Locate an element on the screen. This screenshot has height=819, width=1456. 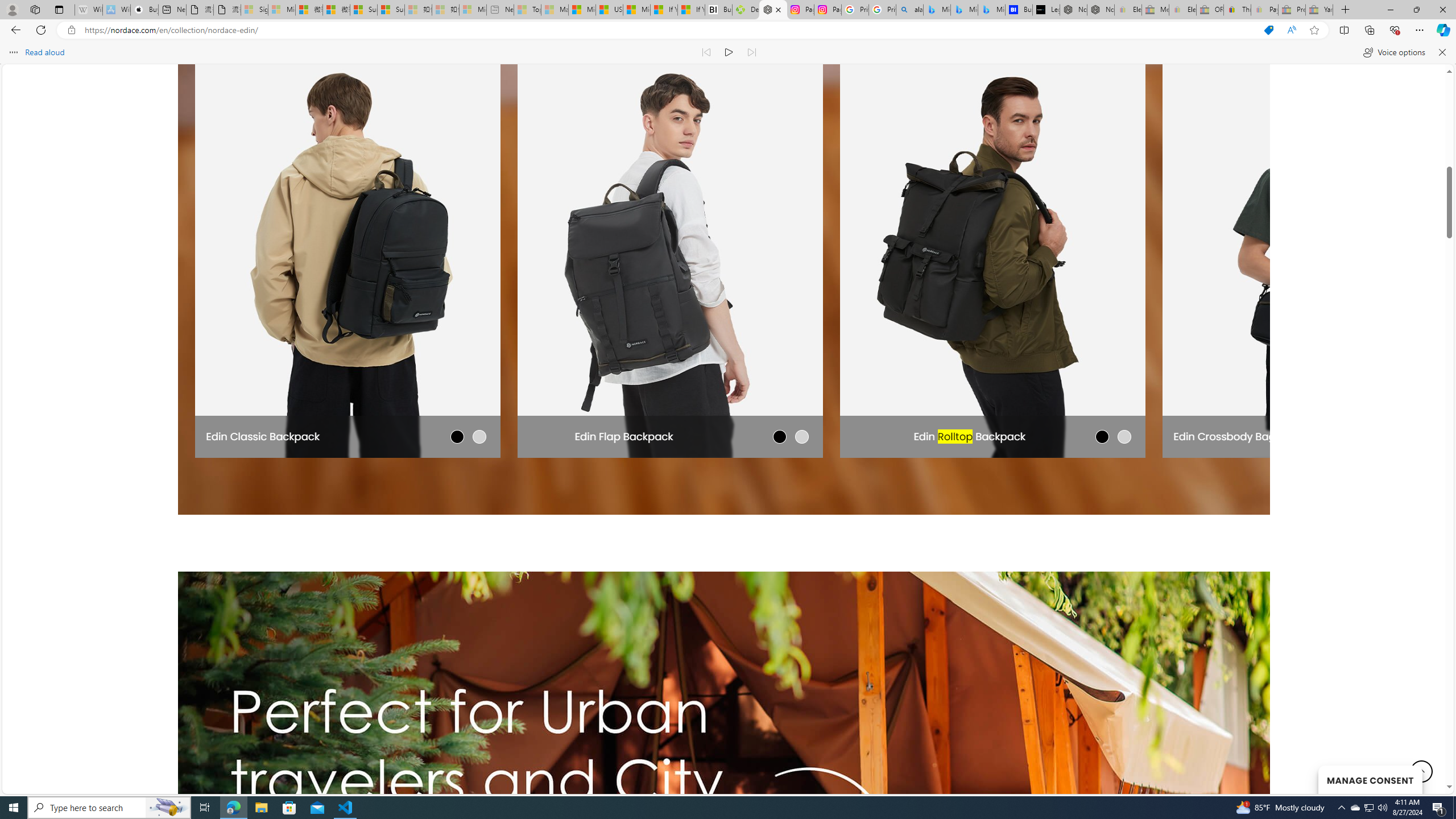
'Restore' is located at coordinates (1416, 9).